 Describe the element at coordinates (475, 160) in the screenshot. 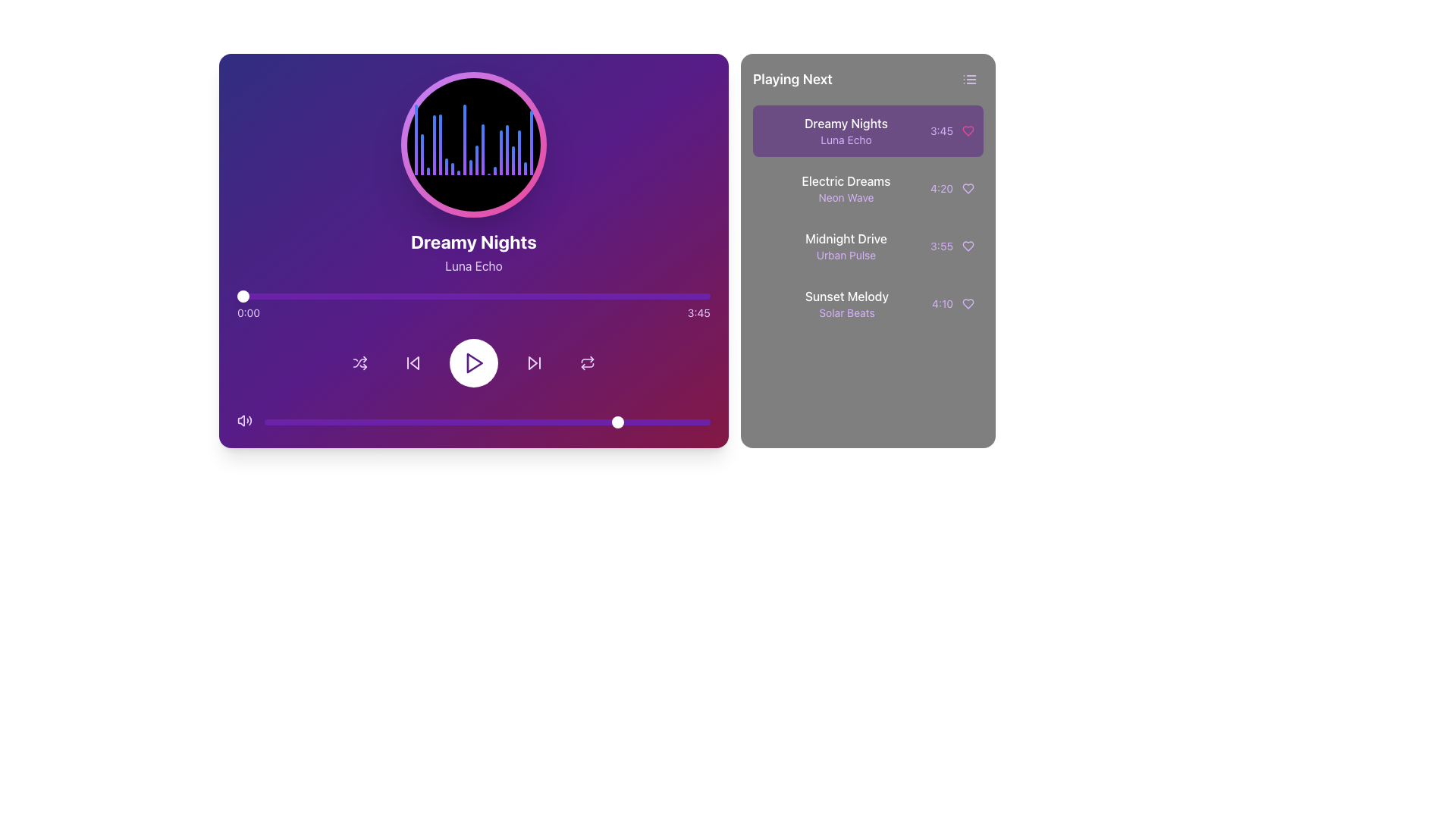

I see `the eleventh vertical bar in the audio visualizer display, which has a gradient from purple to blue and rounded edges at the top` at that location.